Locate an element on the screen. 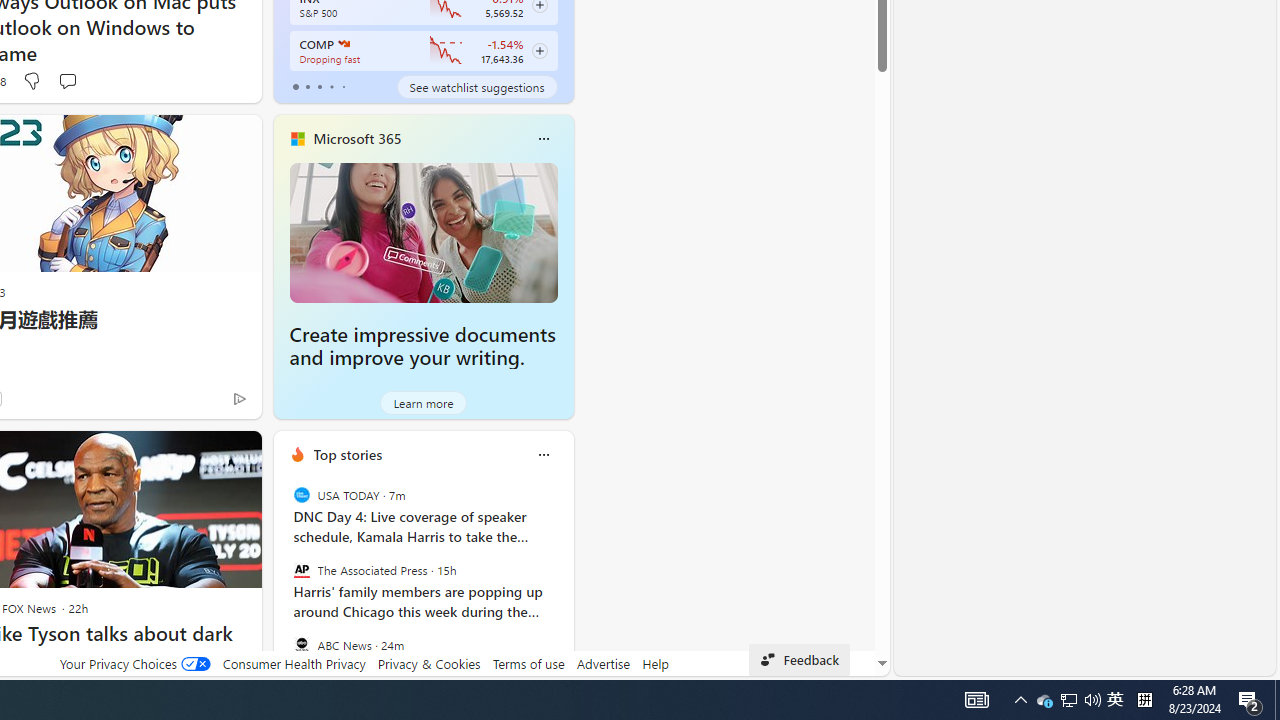  'ABC News' is located at coordinates (300, 644).